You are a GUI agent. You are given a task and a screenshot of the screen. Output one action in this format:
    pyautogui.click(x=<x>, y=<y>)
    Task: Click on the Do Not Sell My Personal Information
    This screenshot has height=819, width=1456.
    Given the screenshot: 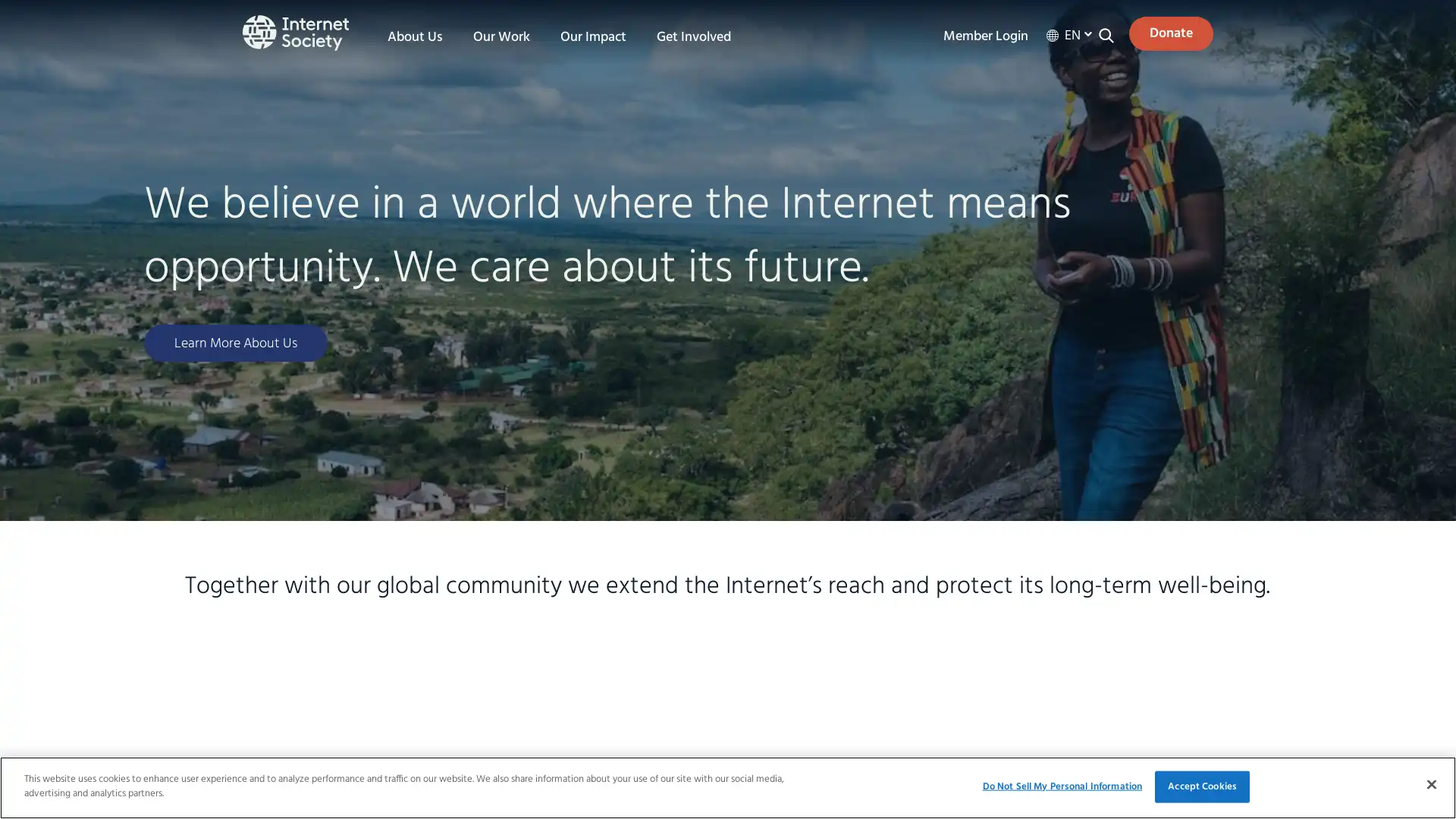 What is the action you would take?
    pyautogui.click(x=1061, y=786)
    